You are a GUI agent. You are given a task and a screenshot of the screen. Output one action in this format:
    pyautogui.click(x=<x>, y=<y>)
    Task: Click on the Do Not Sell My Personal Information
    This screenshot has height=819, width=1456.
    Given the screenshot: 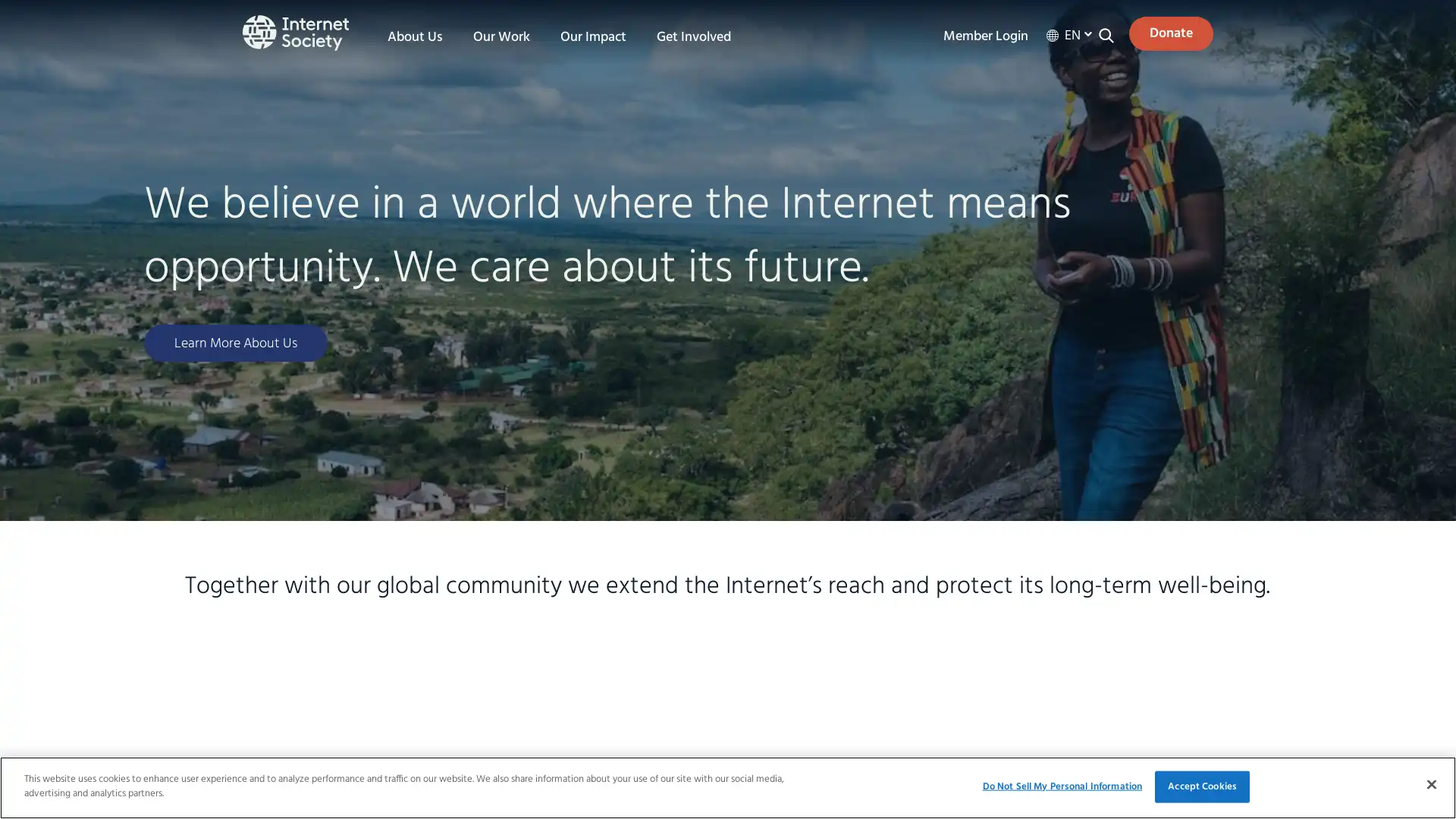 What is the action you would take?
    pyautogui.click(x=1061, y=786)
    